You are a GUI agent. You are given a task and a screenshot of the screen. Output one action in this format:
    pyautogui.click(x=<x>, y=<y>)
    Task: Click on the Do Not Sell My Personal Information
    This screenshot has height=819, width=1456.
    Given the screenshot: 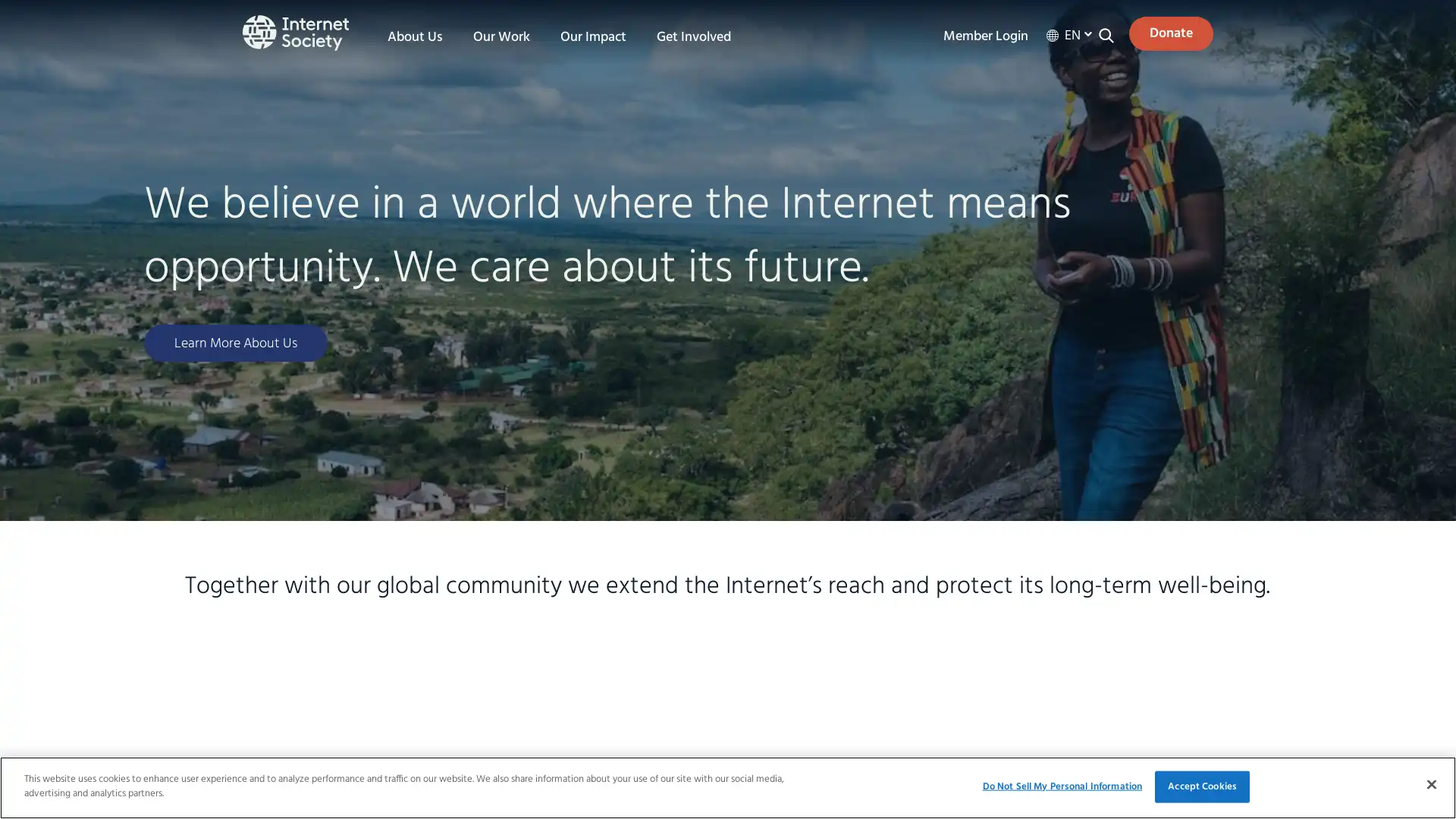 What is the action you would take?
    pyautogui.click(x=1061, y=786)
    